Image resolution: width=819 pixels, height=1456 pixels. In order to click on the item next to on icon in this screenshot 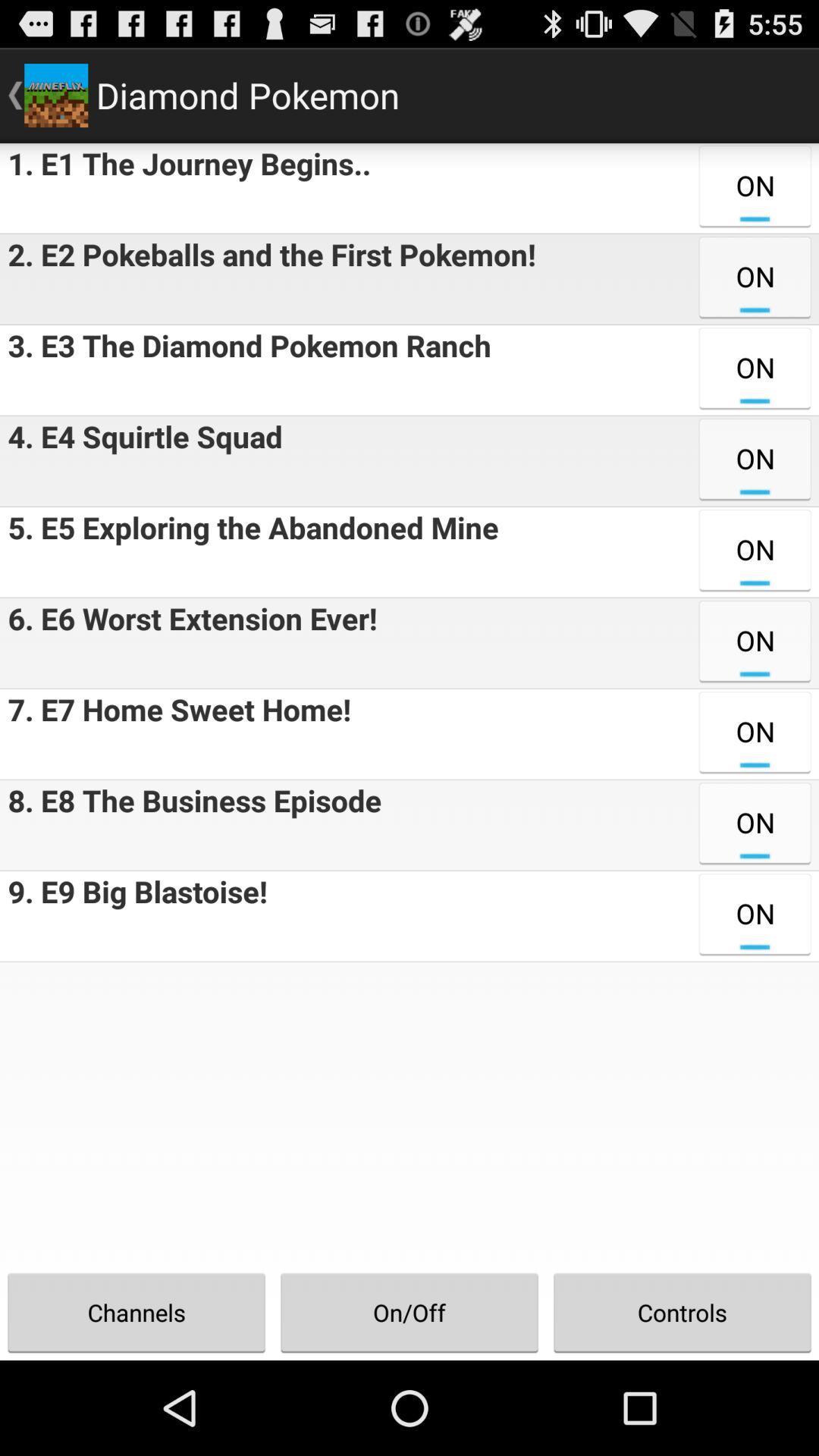, I will do `click(133, 915)`.